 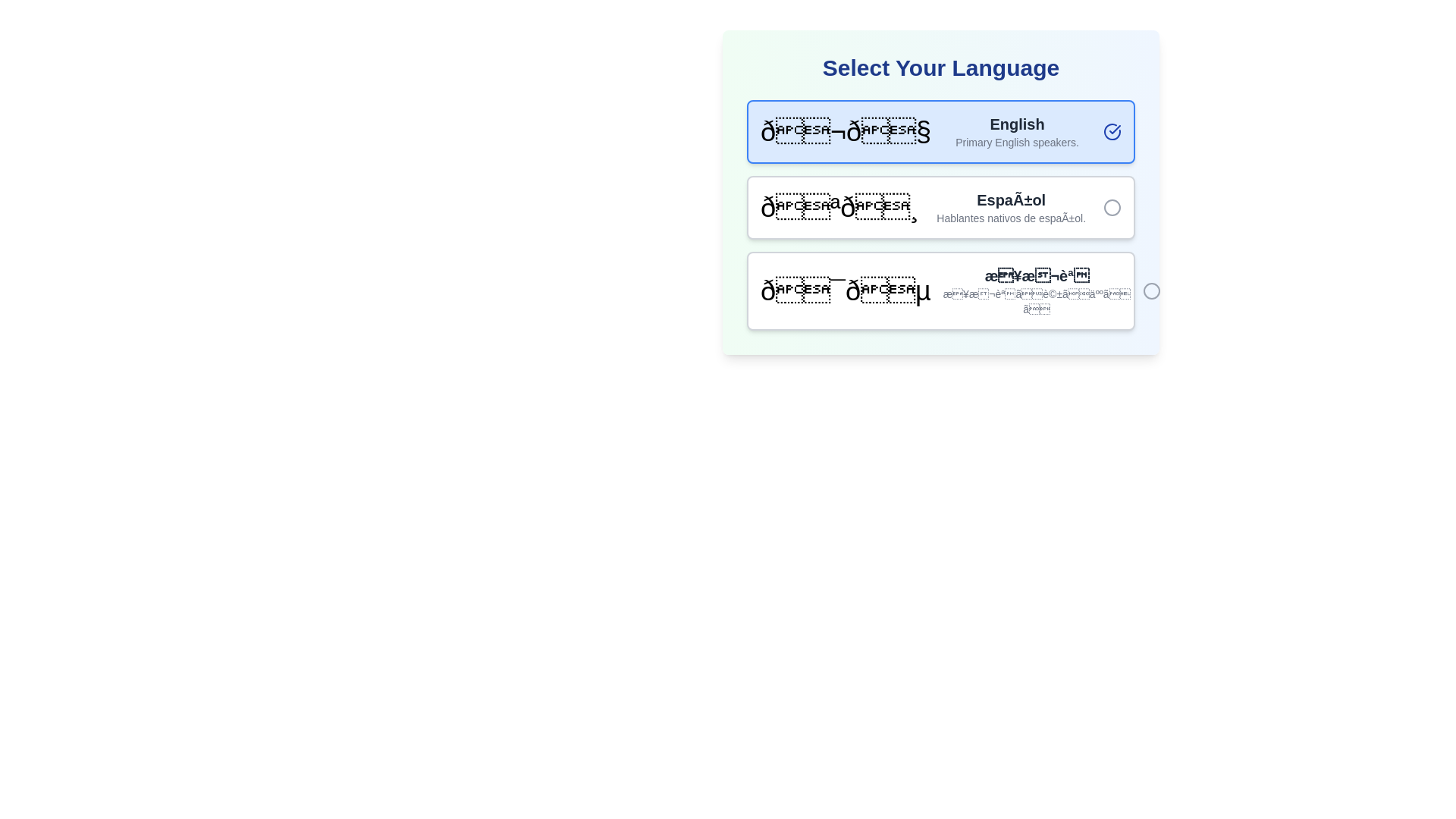 What do you see at coordinates (940, 192) in the screenshot?
I see `the 'Español' selection option button` at bounding box center [940, 192].